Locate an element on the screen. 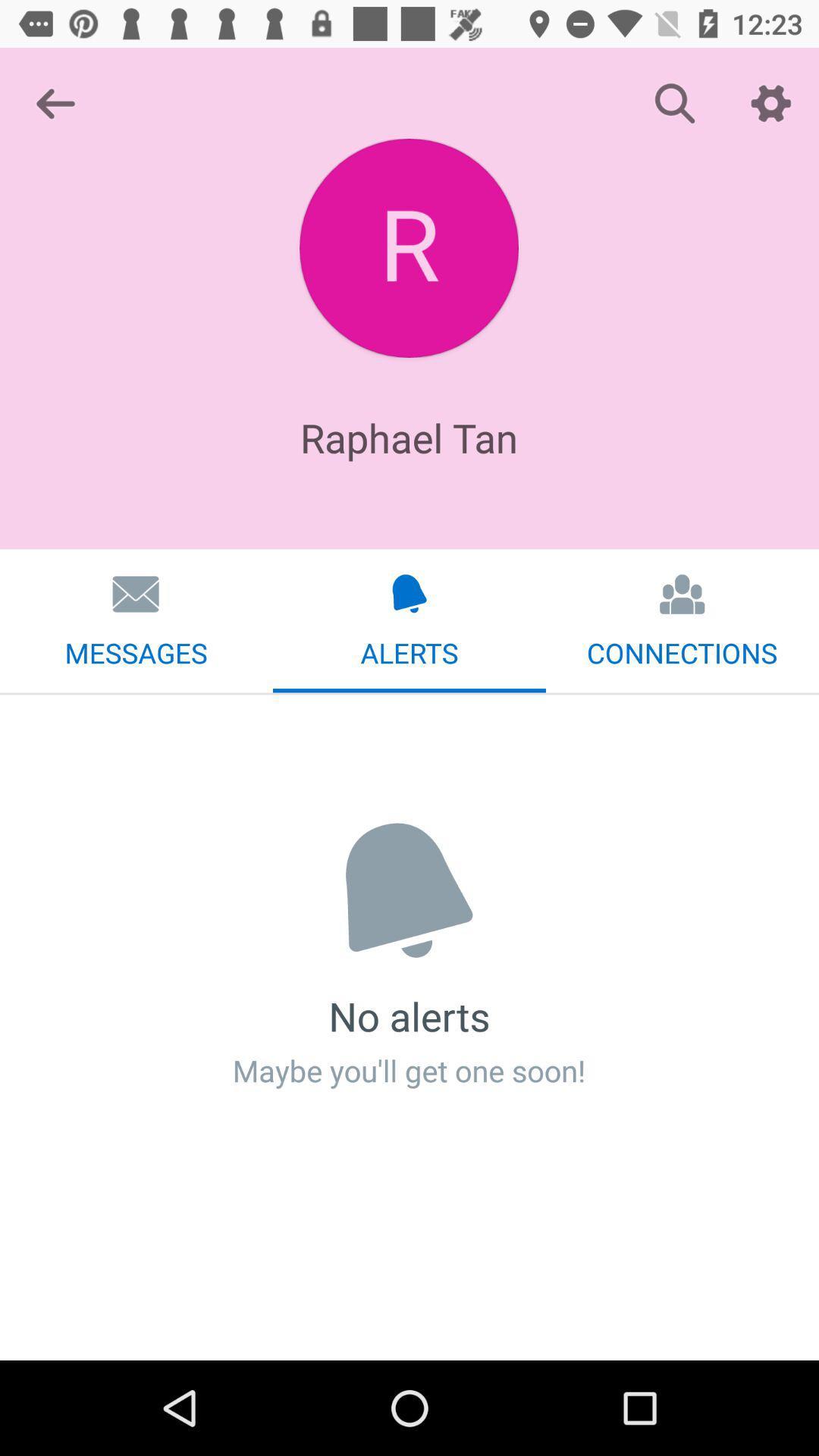  the icon of connections is located at coordinates (682, 593).